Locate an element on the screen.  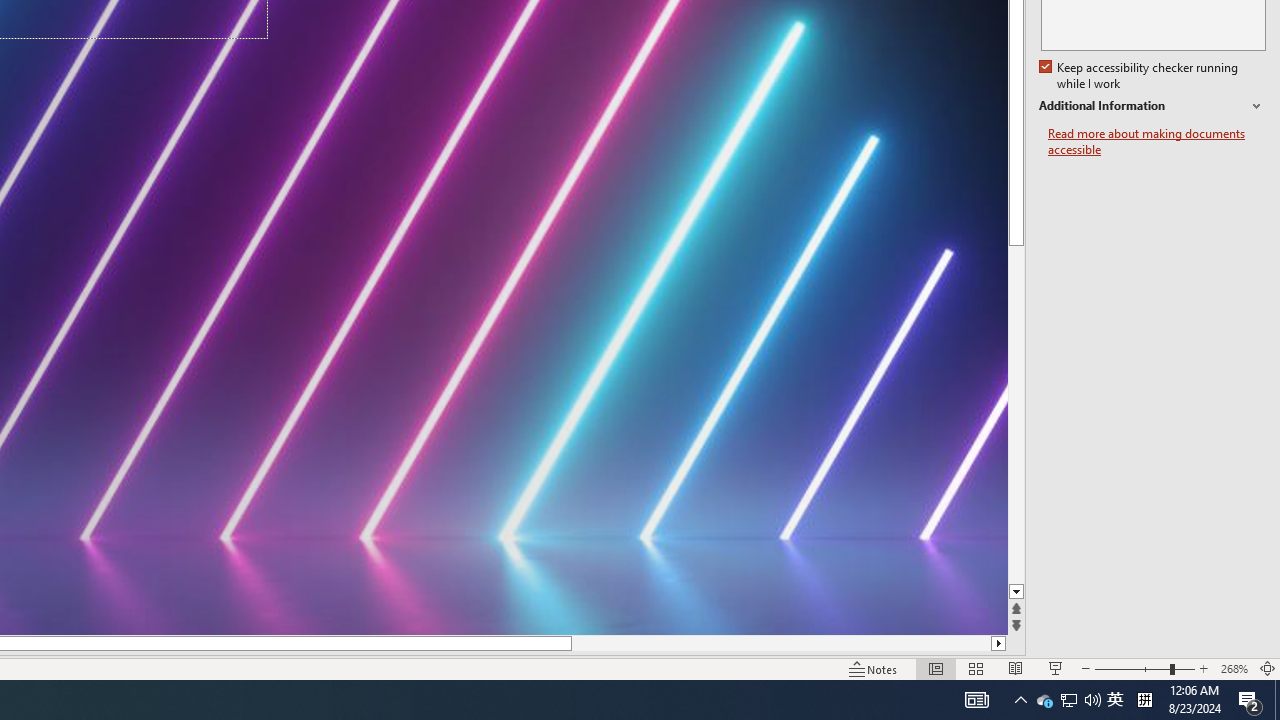
'Notes ' is located at coordinates (874, 669).